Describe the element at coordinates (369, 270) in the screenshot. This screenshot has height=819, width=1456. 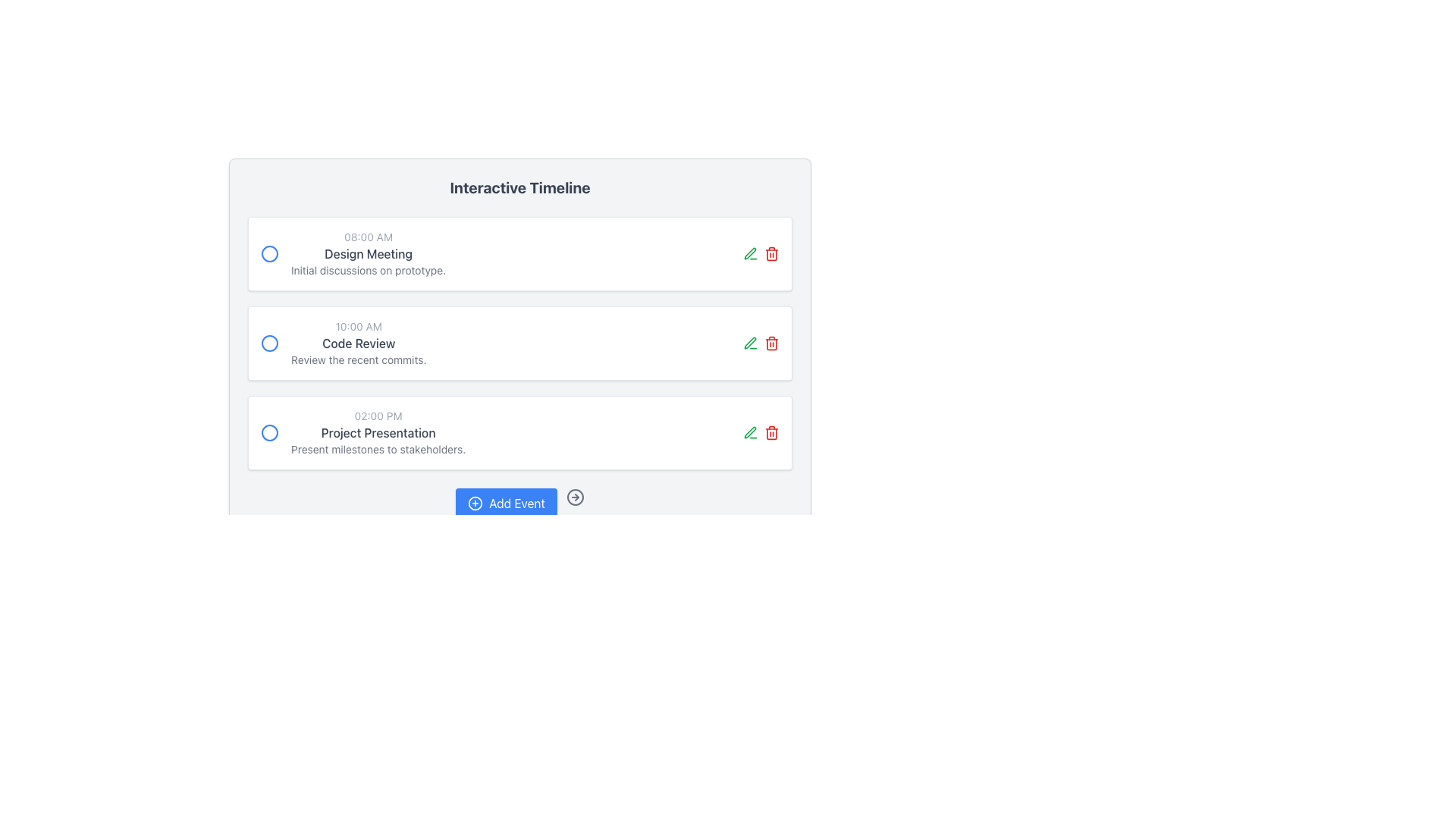
I see `text label providing details about the 'Design Meeting' event in the timeline, which is positioned below the '08:00 AM' time and the 'Design Meeting' title text` at that location.